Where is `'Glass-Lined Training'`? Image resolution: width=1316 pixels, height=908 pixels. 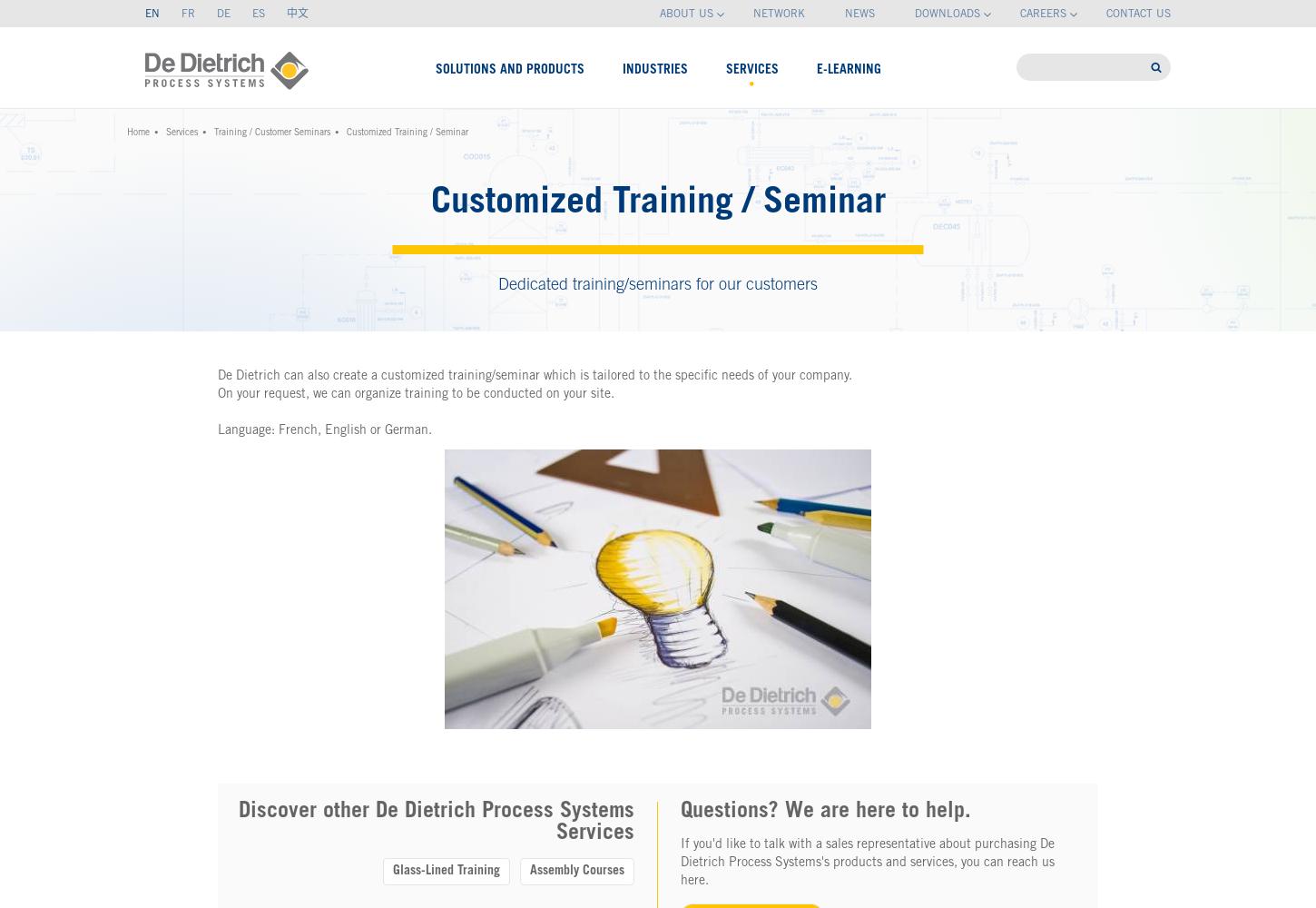
'Glass-Lined Training' is located at coordinates (446, 871).